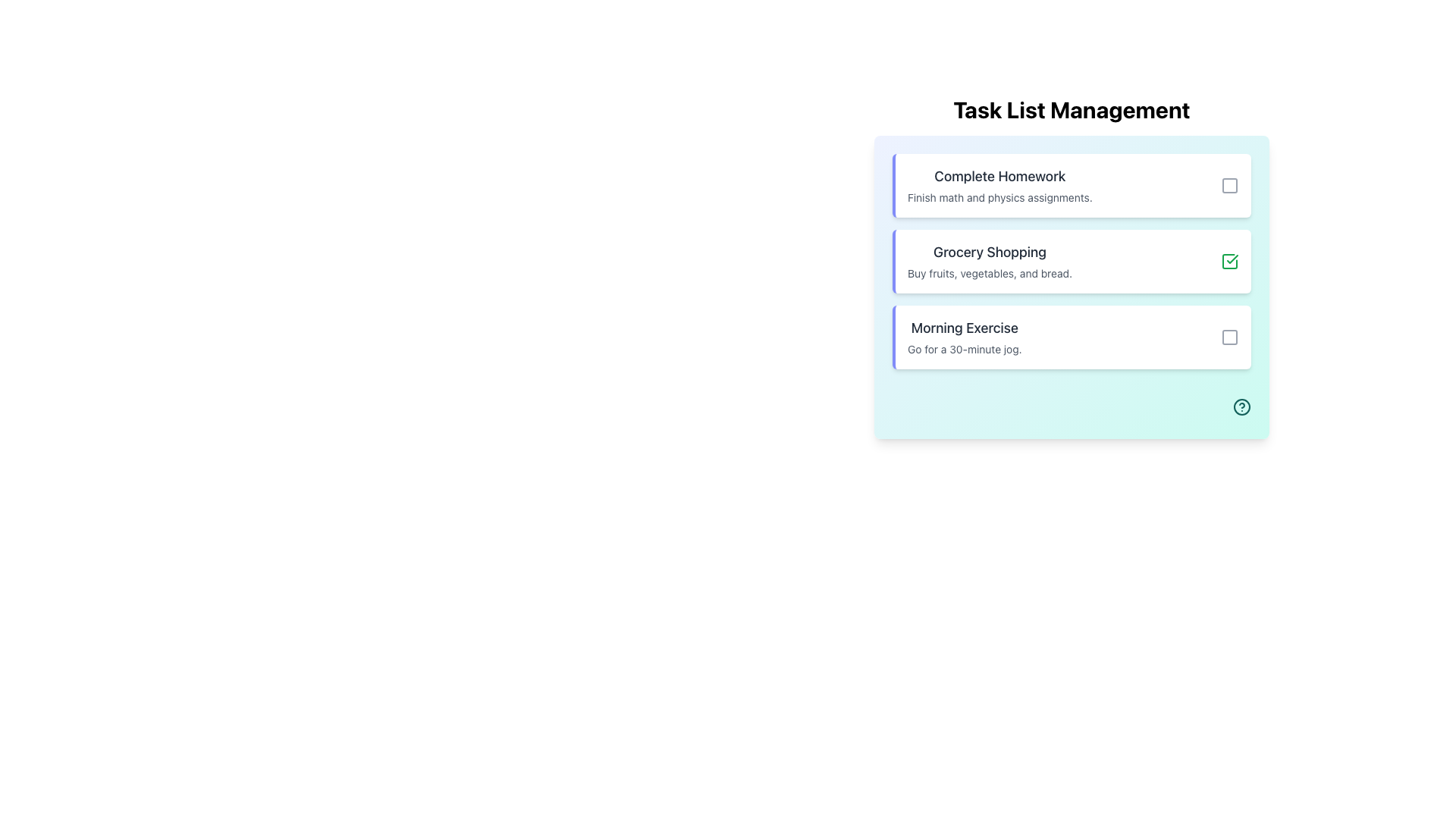 This screenshot has height=819, width=1456. Describe the element at coordinates (1071, 287) in the screenshot. I see `the checkbox in the 'Grocery Shopping' task card to mark it as completed` at that location.